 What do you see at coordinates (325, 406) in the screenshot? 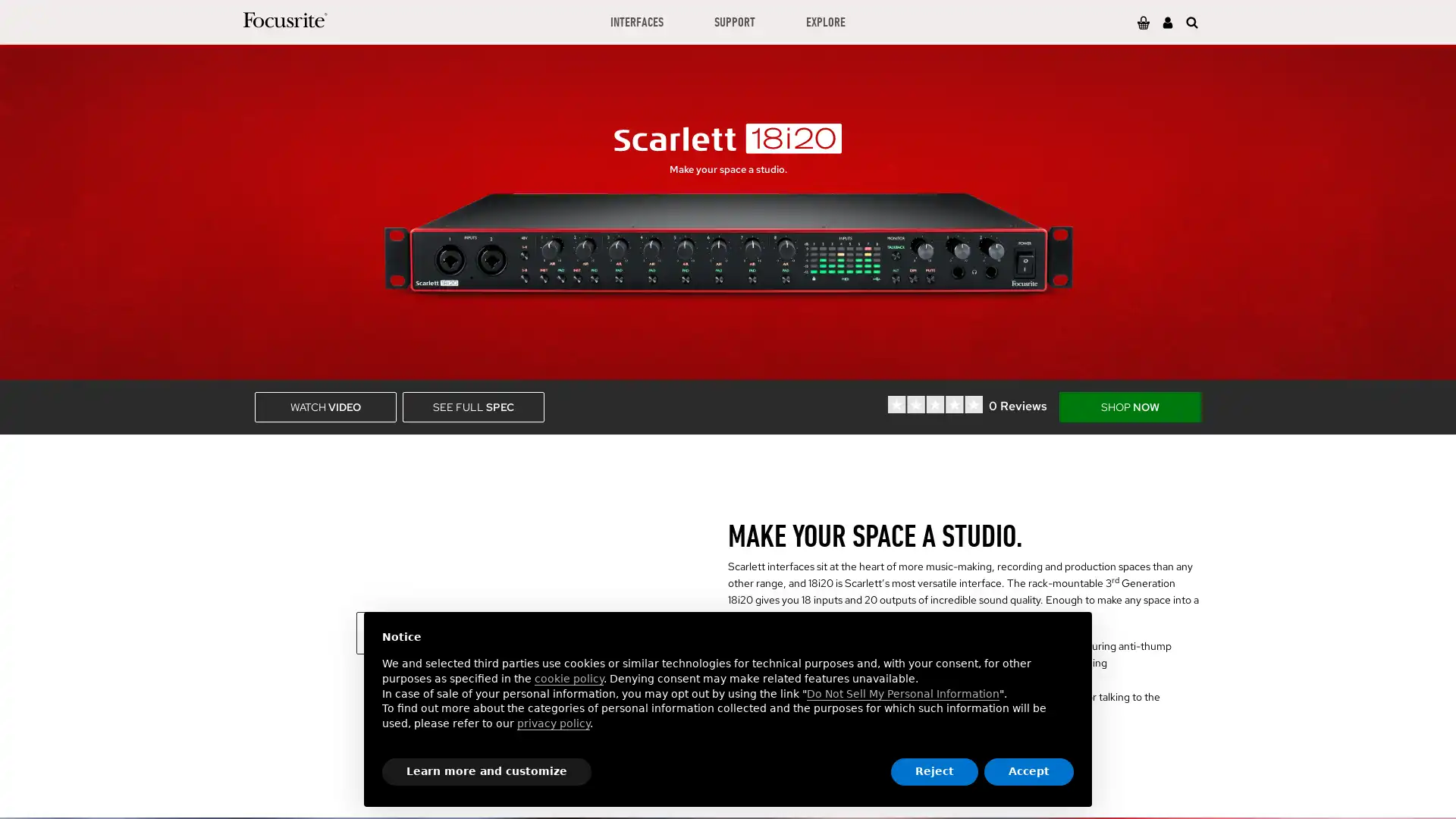
I see `WATCH VIDEO` at bounding box center [325, 406].